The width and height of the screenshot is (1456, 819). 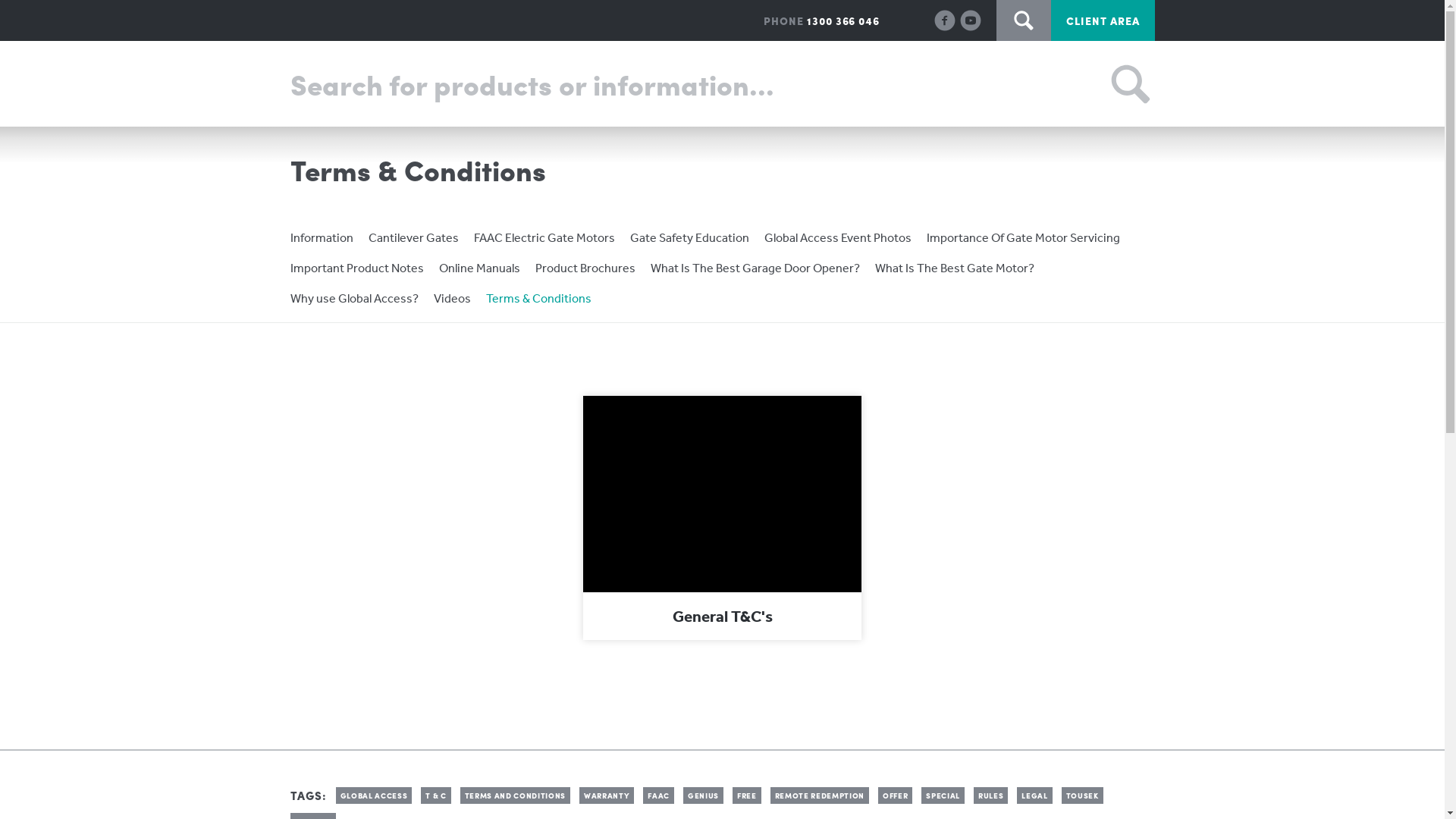 I want to click on 'Global Access Event Photos', so click(x=764, y=237).